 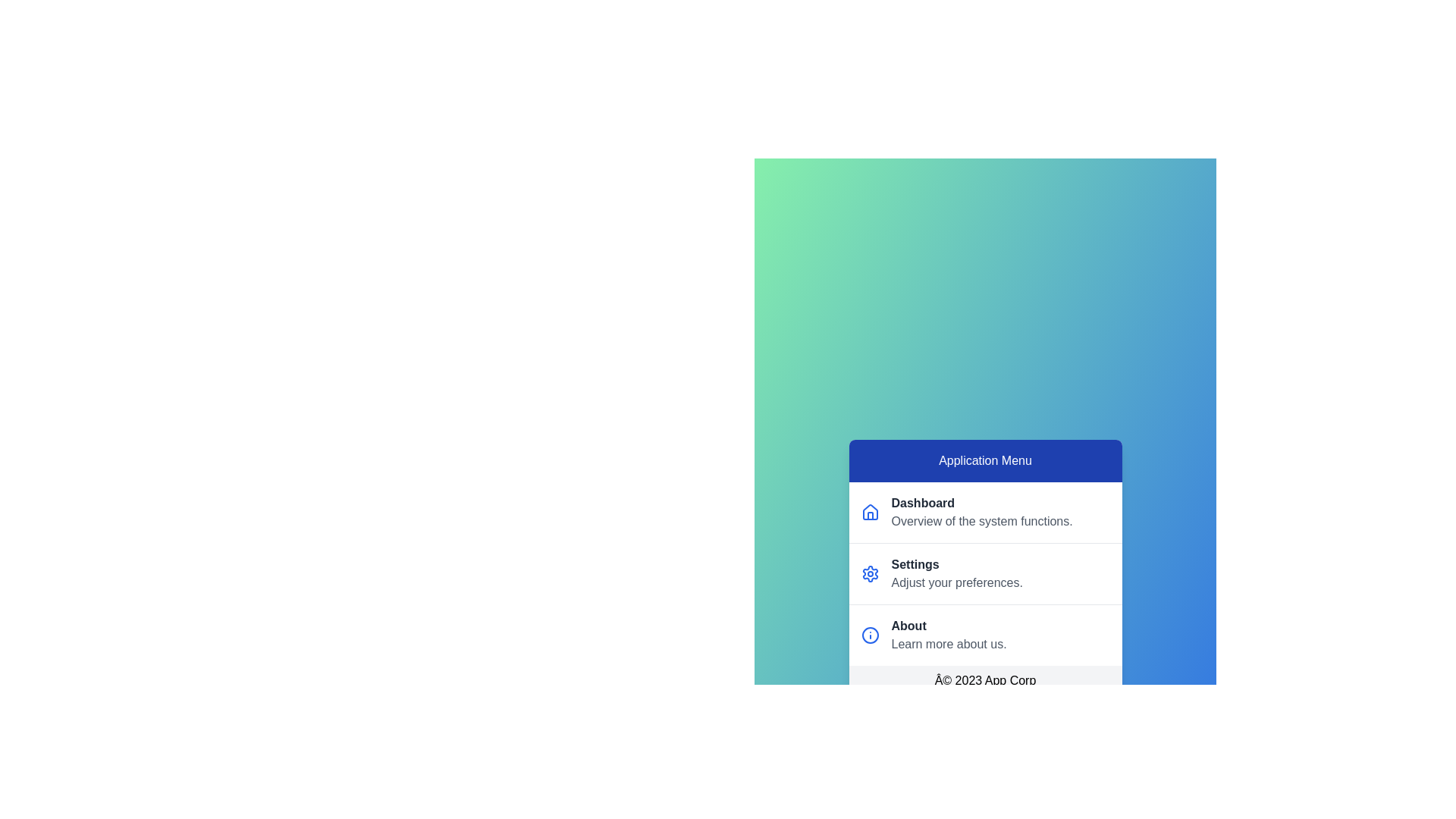 I want to click on the footer area and read the text '© 2023 App Corp', so click(x=985, y=680).